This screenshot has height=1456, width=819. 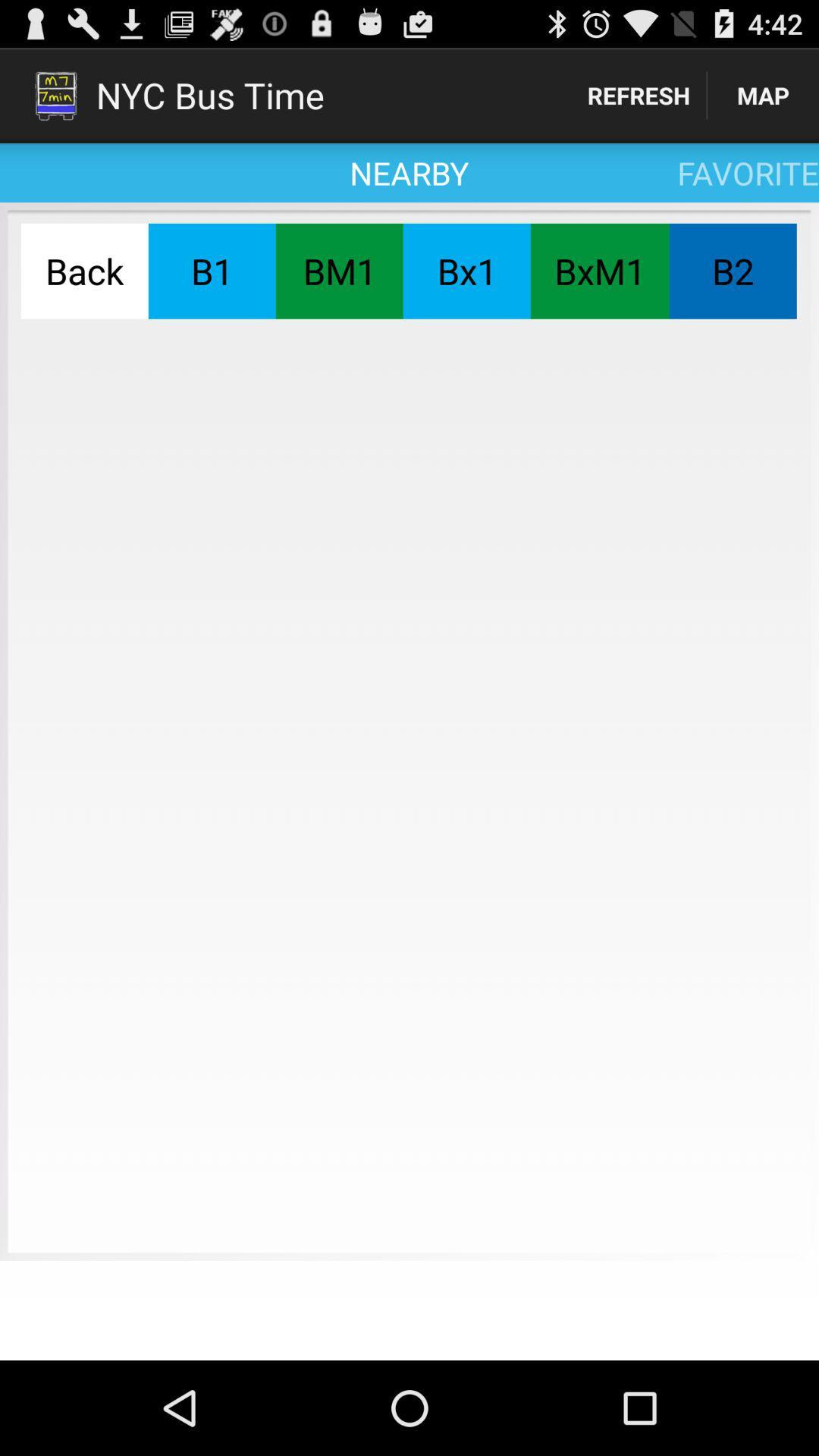 What do you see at coordinates (732, 271) in the screenshot?
I see `b2 icon` at bounding box center [732, 271].